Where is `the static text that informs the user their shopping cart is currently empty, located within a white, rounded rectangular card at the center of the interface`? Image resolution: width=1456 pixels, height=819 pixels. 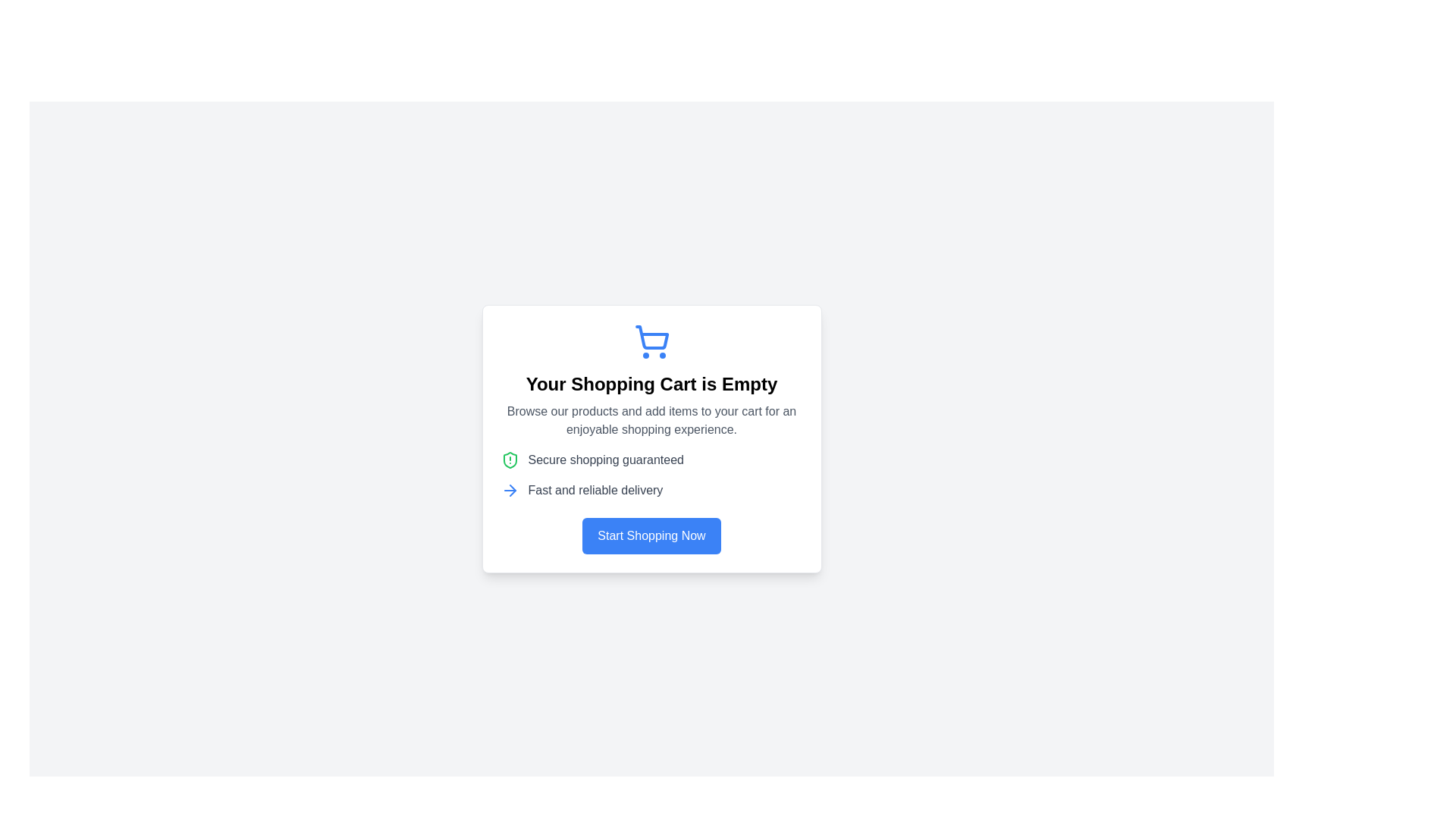
the static text that informs the user their shopping cart is currently empty, located within a white, rounded rectangular card at the center of the interface is located at coordinates (651, 383).